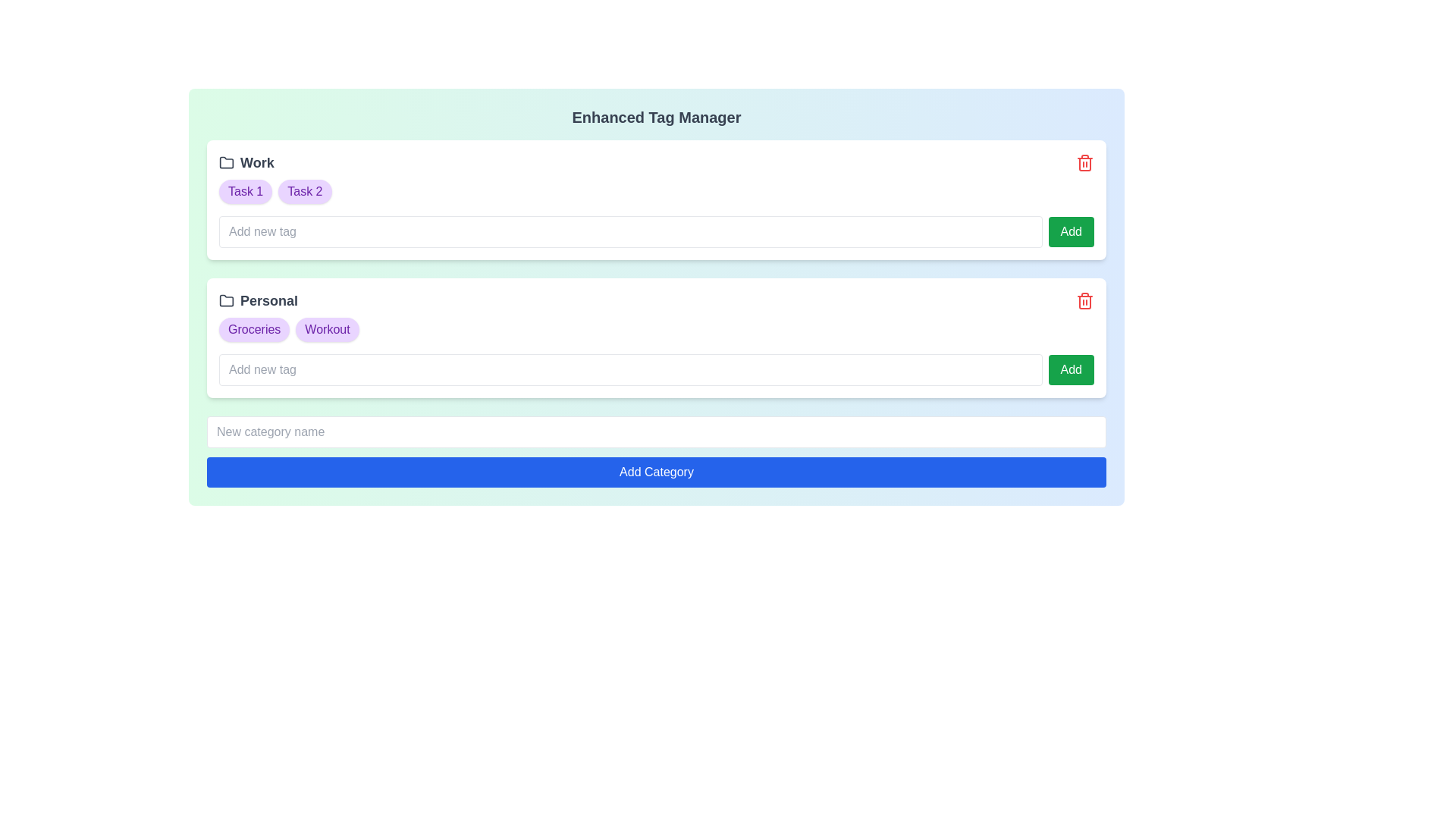 The image size is (1456, 819). What do you see at coordinates (304, 191) in the screenshot?
I see `the second label in the 'Work' section that categorizes tasks, which follows 'Task 1'` at bounding box center [304, 191].